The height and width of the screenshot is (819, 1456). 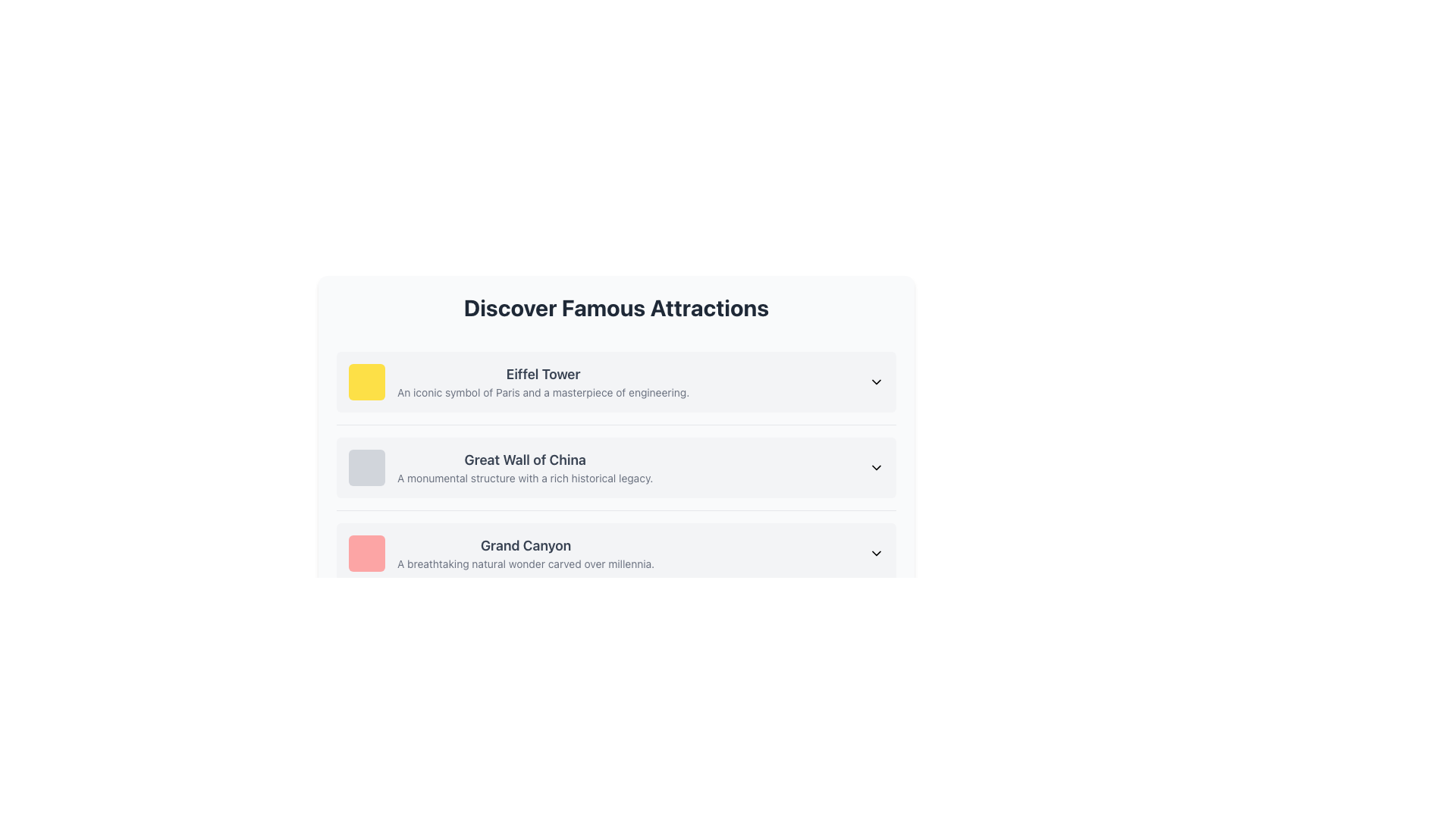 I want to click on the 'Grand Canyon' heading text, so click(x=526, y=546).